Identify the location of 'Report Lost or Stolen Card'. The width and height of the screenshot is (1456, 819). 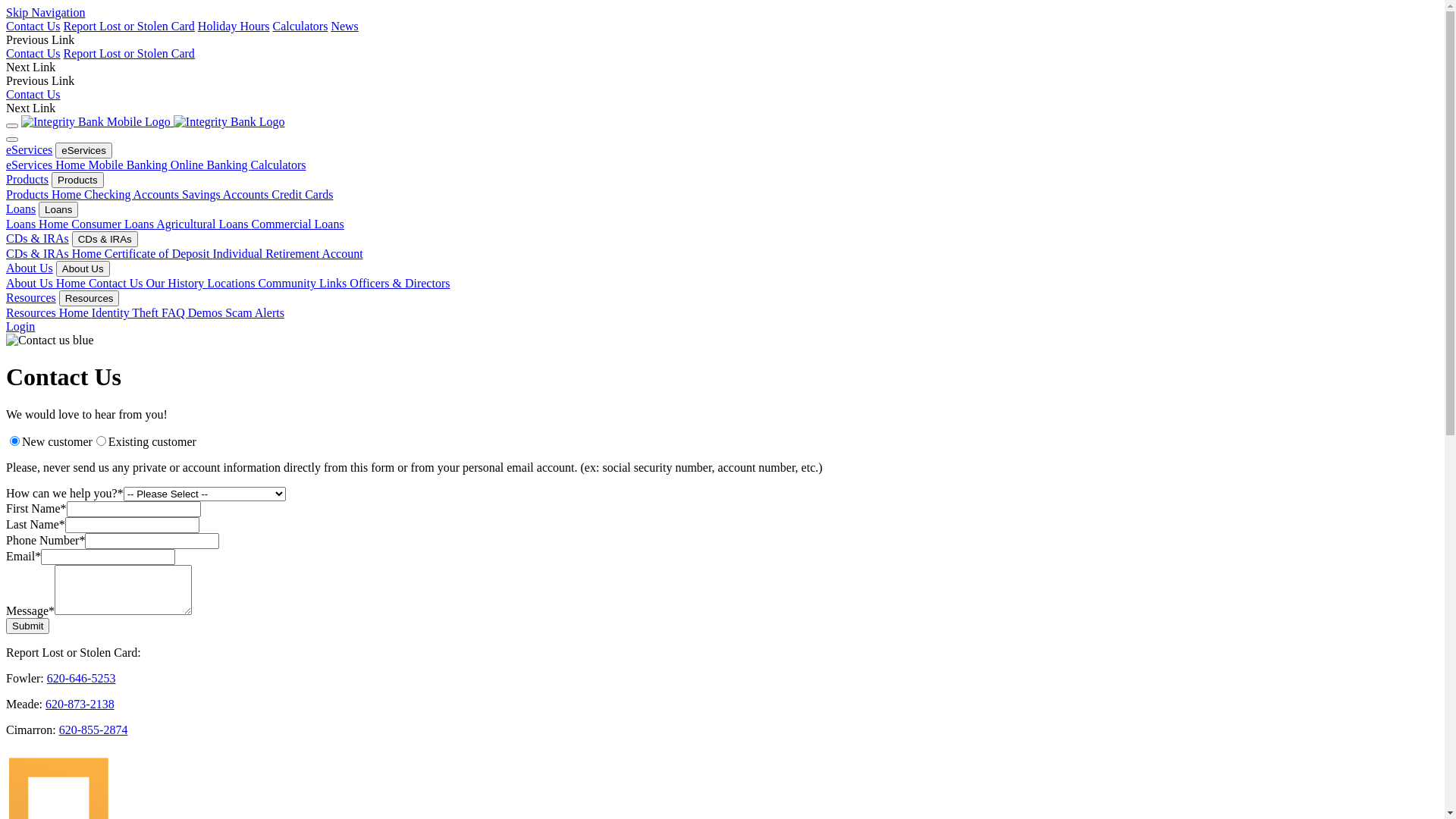
(62, 26).